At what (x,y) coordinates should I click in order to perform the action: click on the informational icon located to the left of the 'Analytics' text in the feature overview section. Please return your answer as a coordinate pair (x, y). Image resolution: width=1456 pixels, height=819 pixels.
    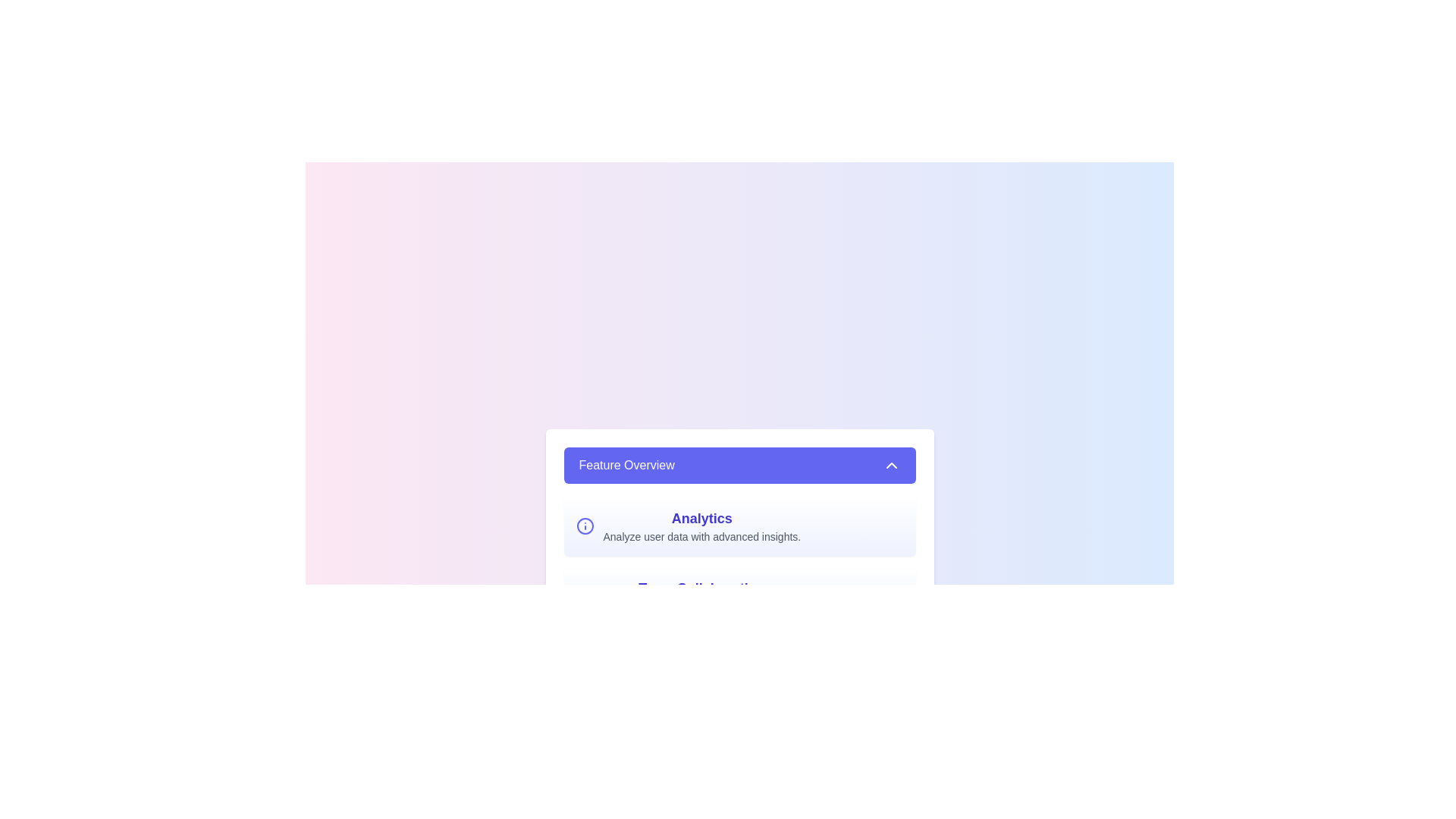
    Looking at the image, I should click on (584, 526).